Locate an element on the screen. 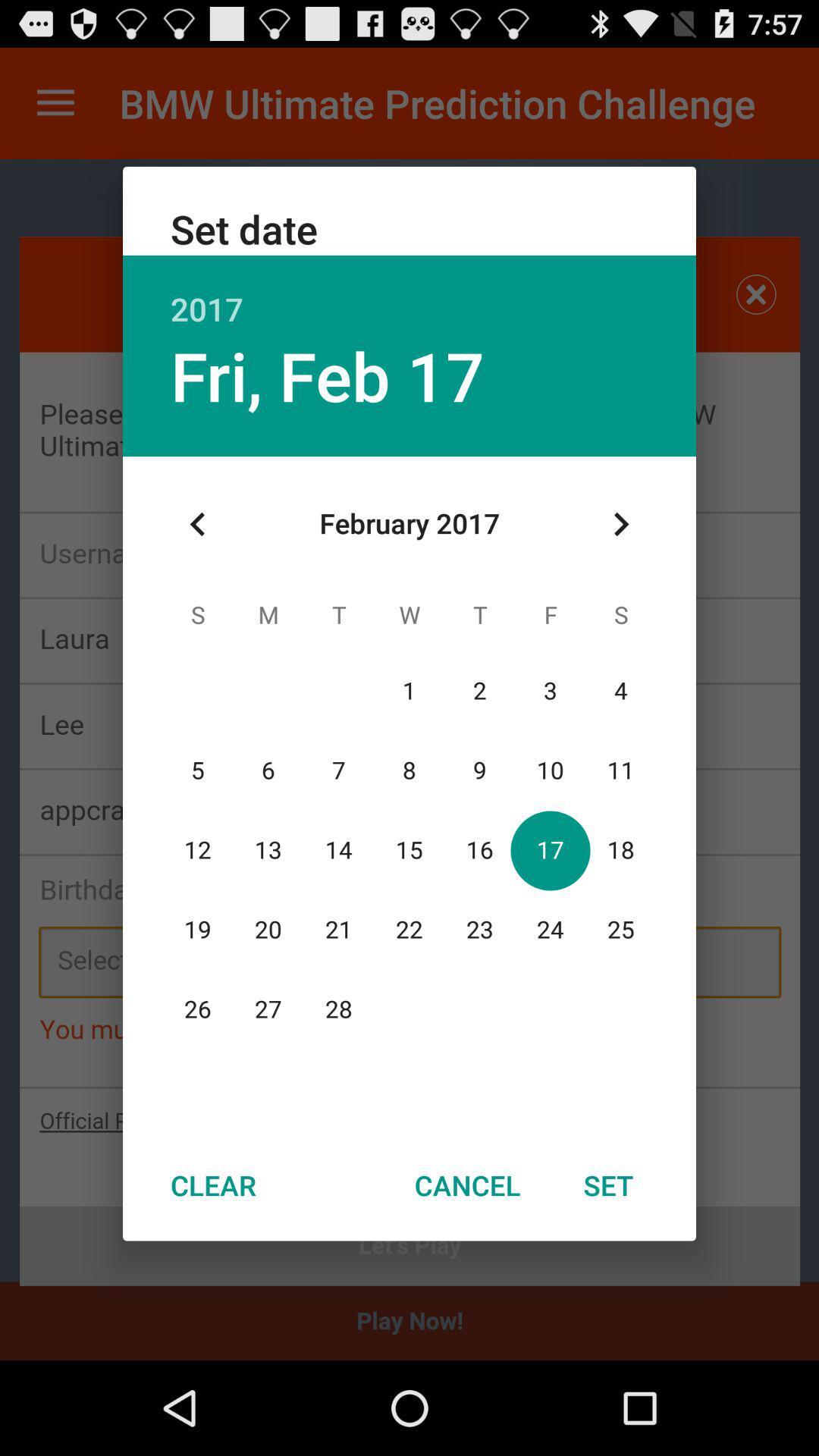 This screenshot has width=819, height=1456. item above the set is located at coordinates (620, 524).